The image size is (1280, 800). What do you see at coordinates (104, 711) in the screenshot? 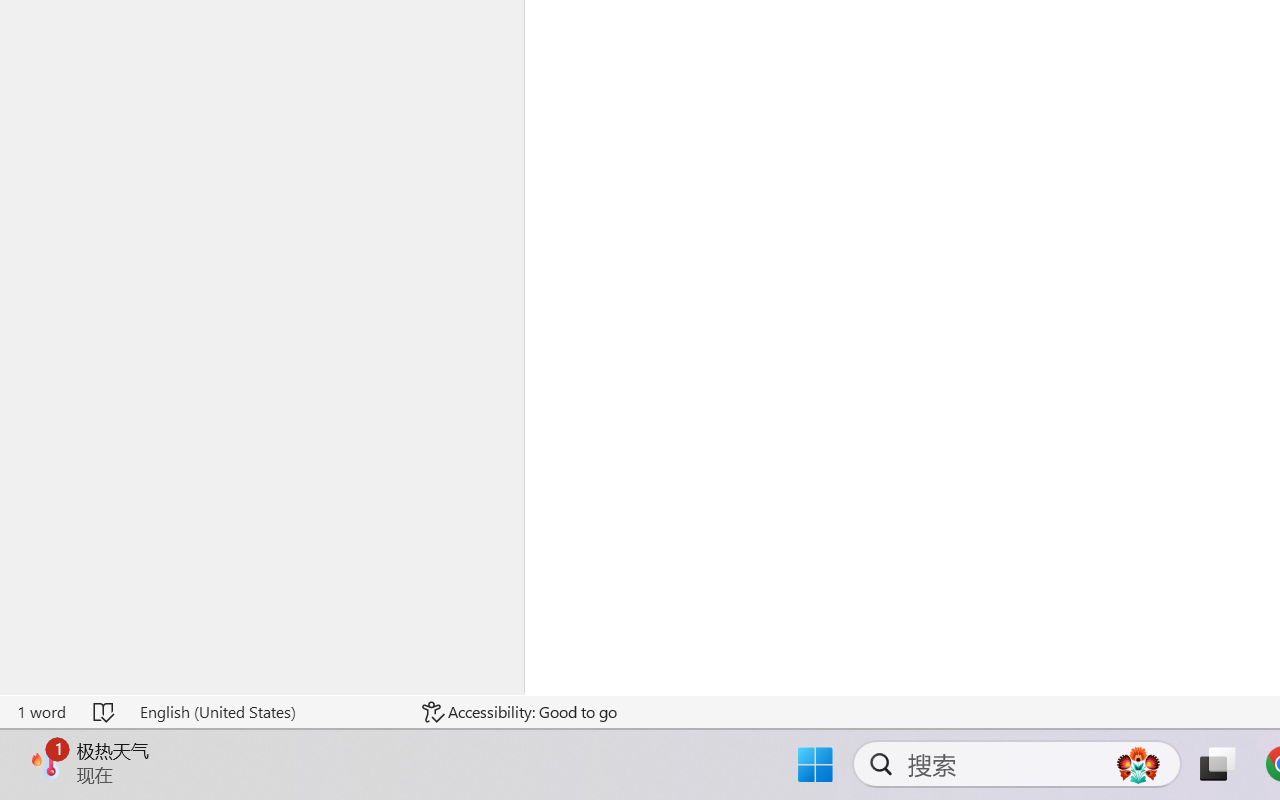
I see `'Spelling and Grammar Check No Errors'` at bounding box center [104, 711].